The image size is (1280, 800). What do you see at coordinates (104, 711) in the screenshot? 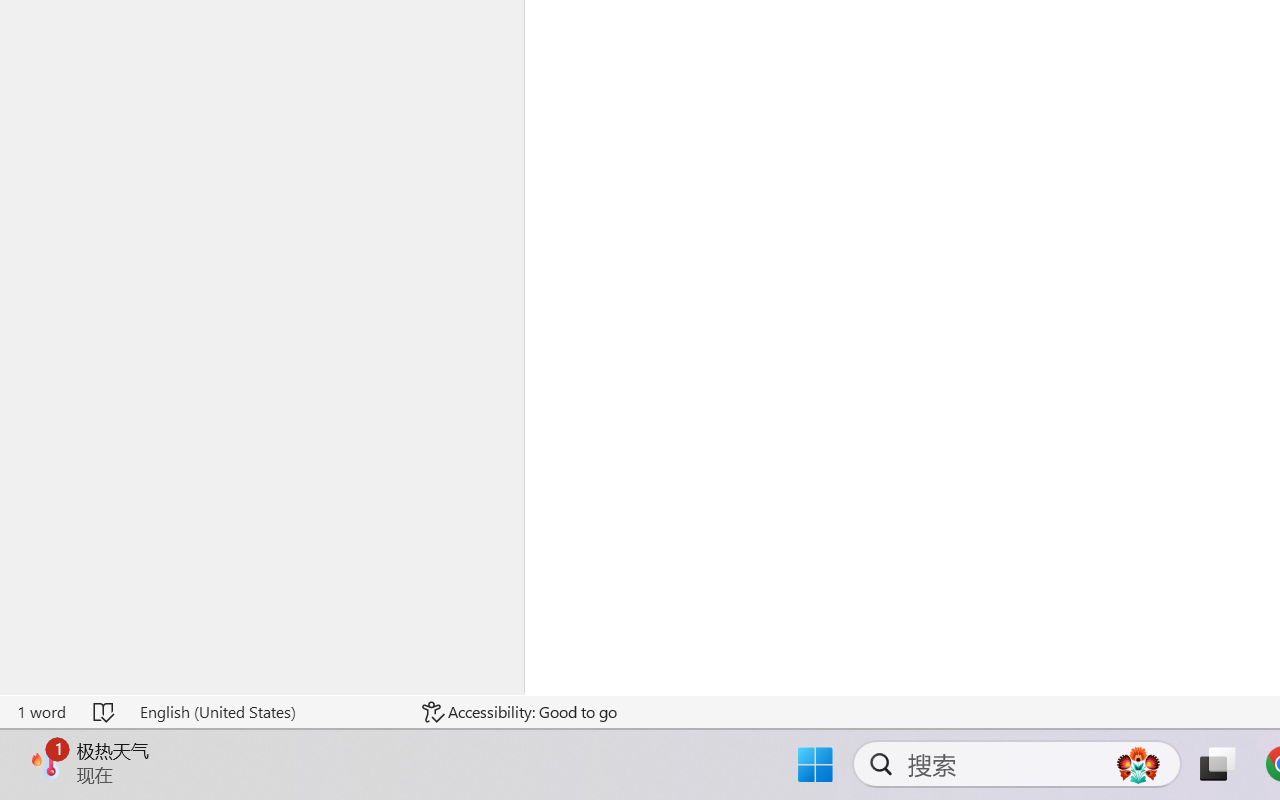
I see `'Spelling and Grammar Check No Errors'` at bounding box center [104, 711].